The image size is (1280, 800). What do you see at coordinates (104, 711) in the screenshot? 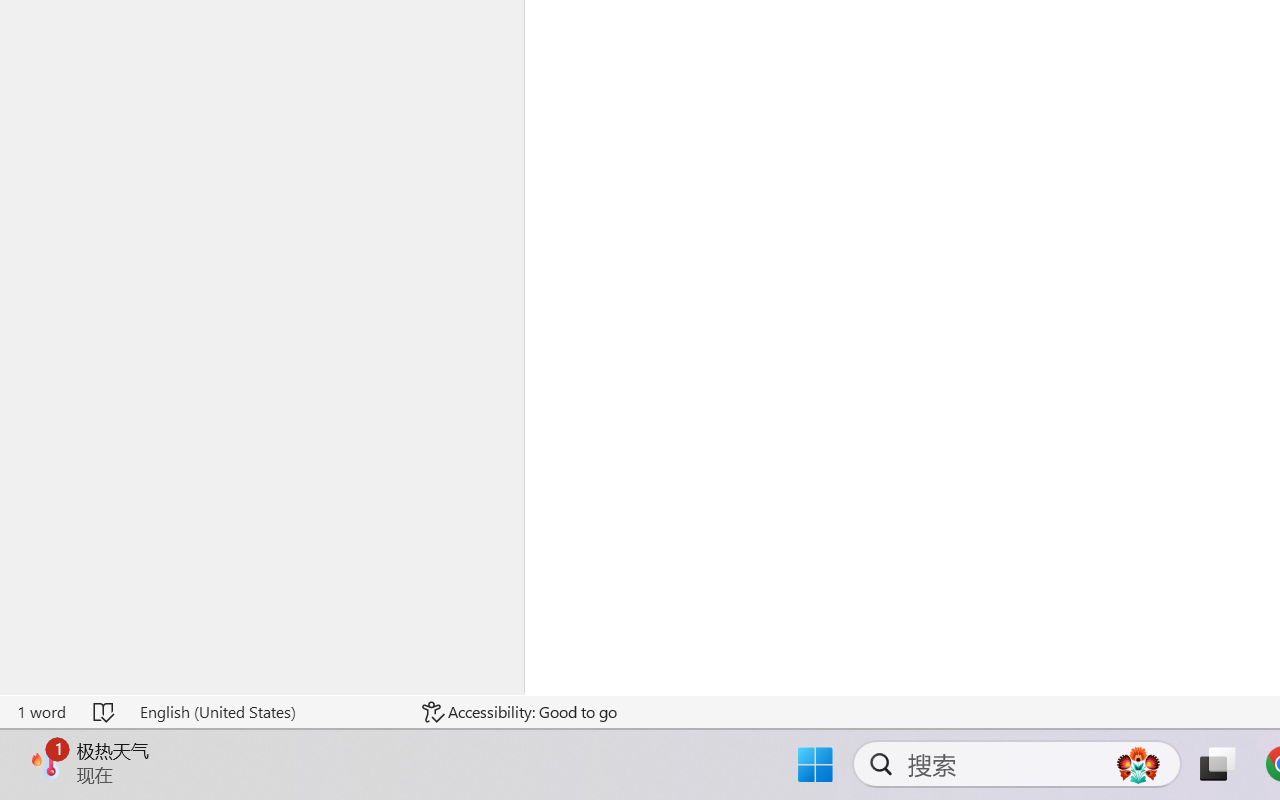
I see `'Spelling and Grammar Check No Errors'` at bounding box center [104, 711].